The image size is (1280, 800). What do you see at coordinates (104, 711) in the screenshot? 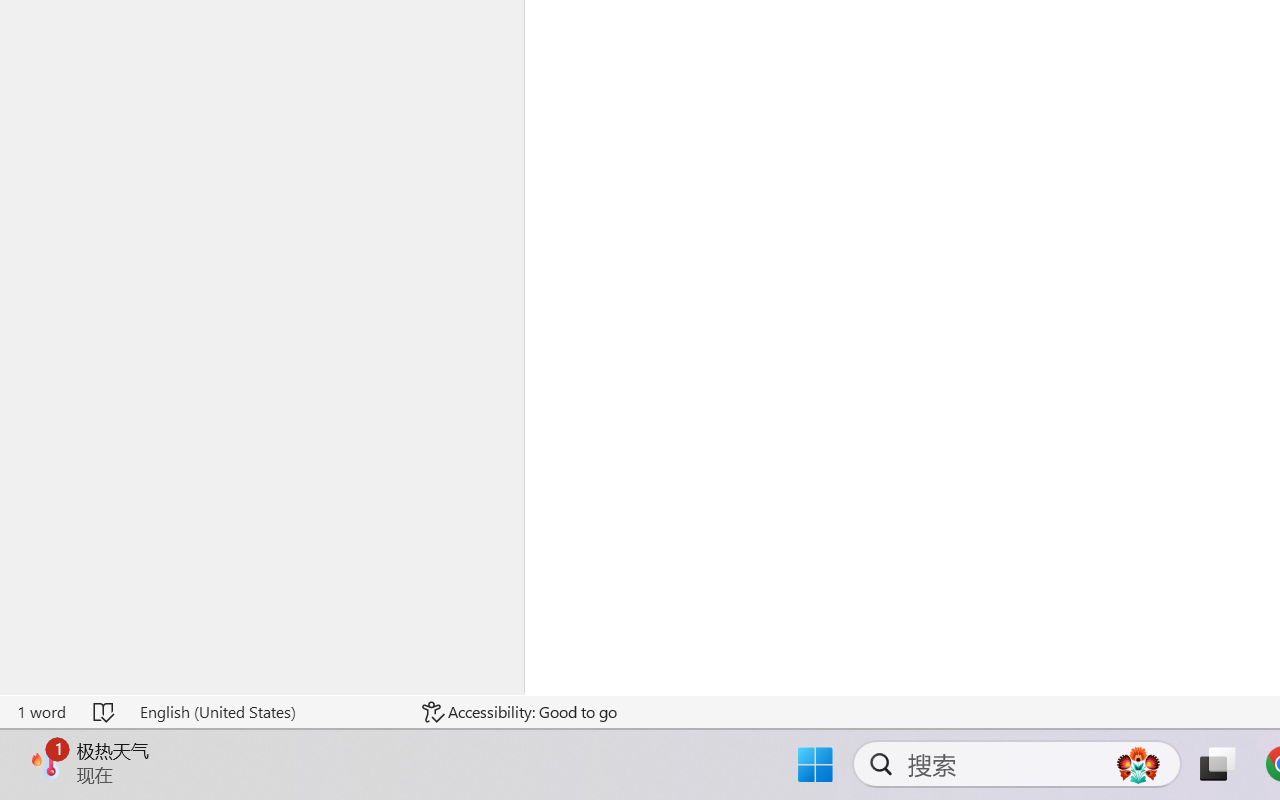
I see `'Spelling and Grammar Check No Errors'` at bounding box center [104, 711].